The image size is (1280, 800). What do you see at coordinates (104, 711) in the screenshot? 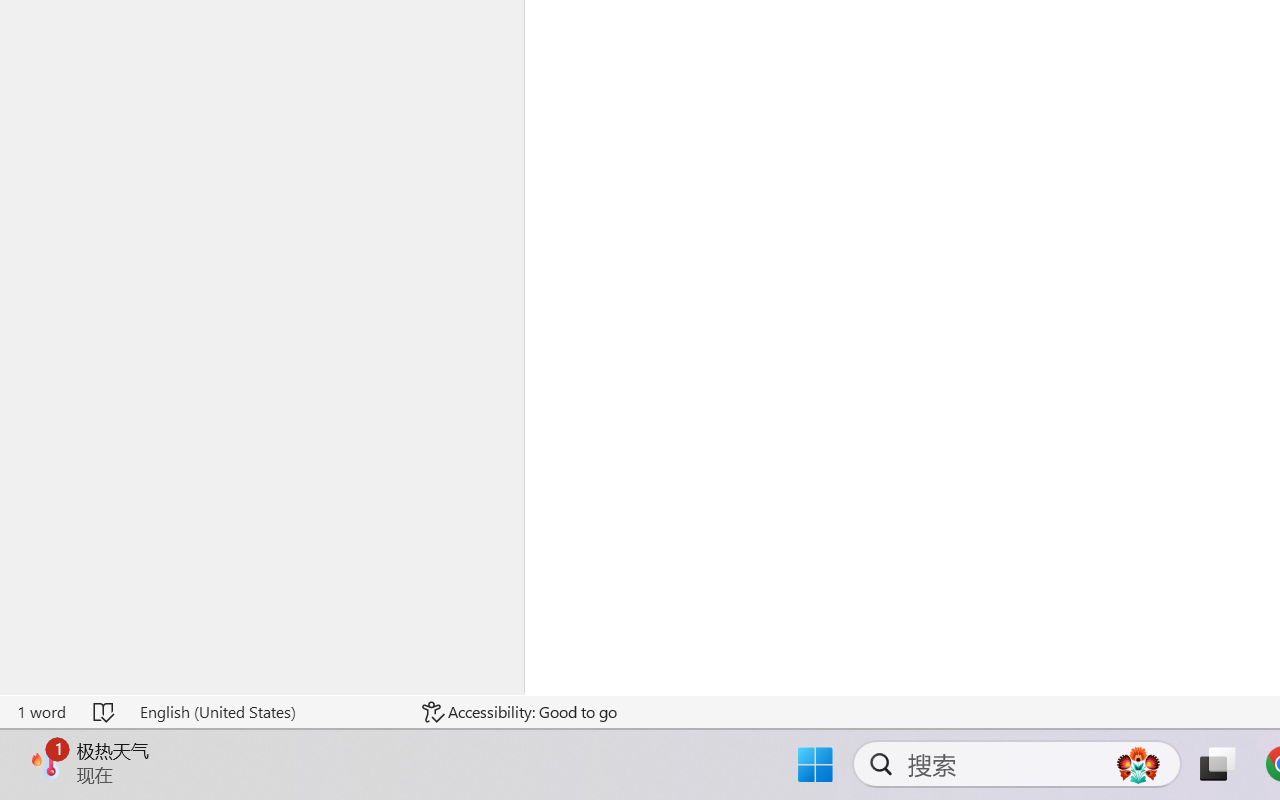
I see `'Spelling and Grammar Check No Errors'` at bounding box center [104, 711].